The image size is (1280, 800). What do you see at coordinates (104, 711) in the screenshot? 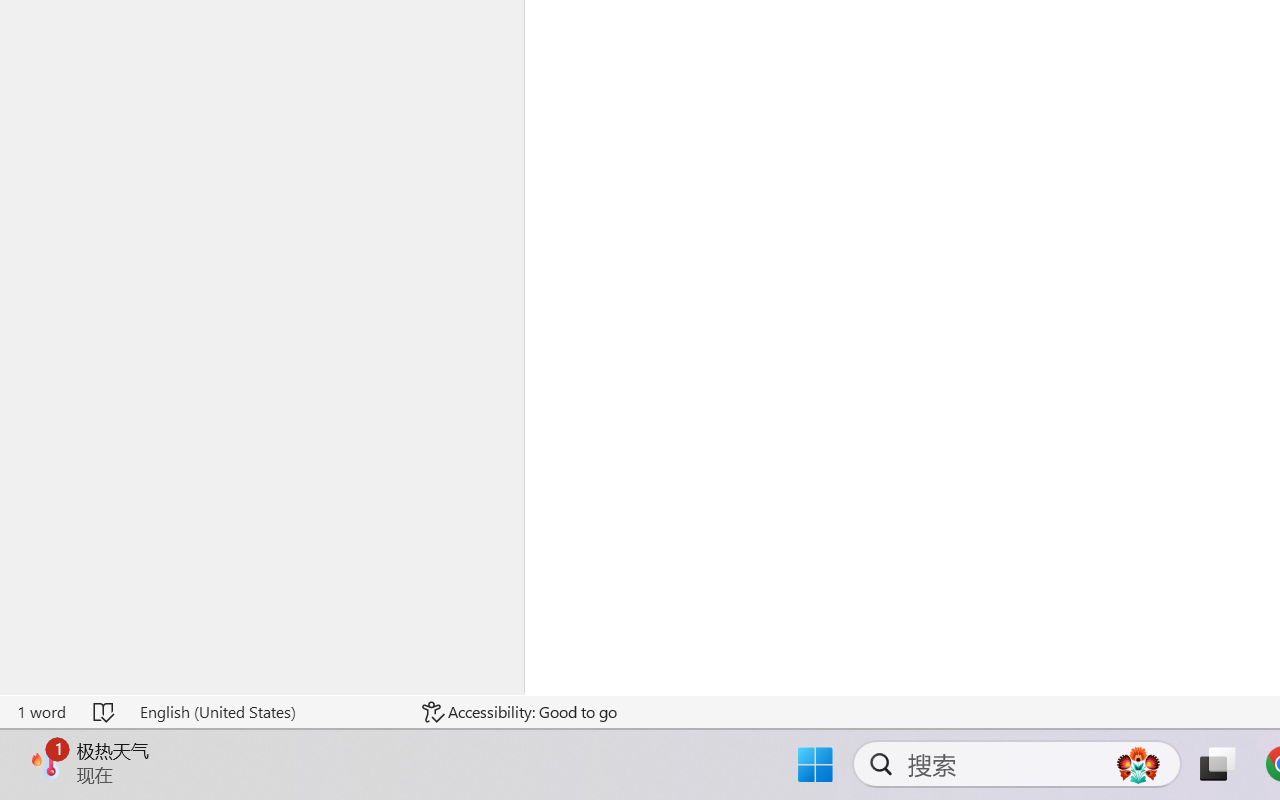
I see `'Spelling and Grammar Check No Errors'` at bounding box center [104, 711].